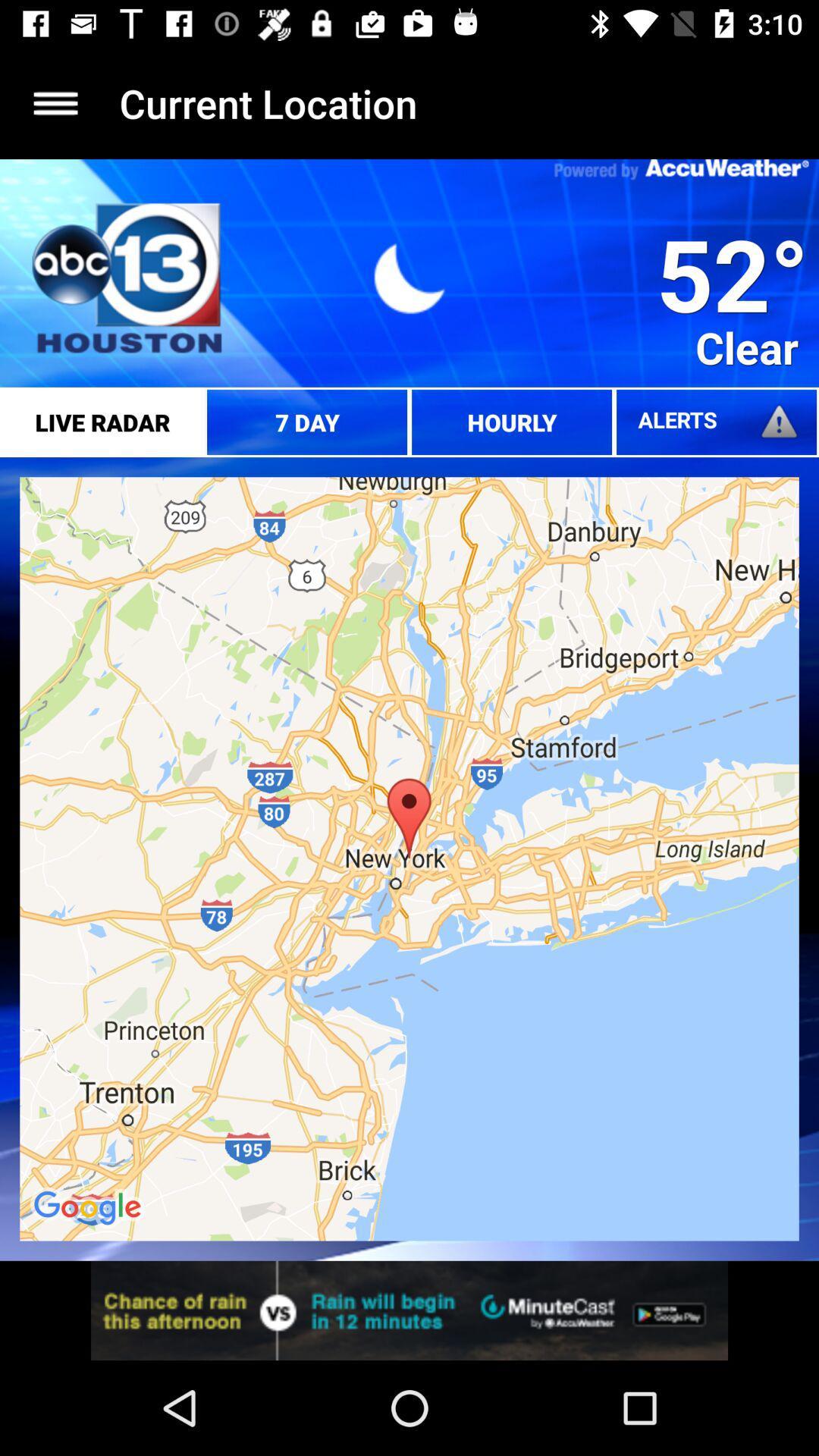 This screenshot has height=1456, width=819. I want to click on open advertisement, so click(409, 1310).